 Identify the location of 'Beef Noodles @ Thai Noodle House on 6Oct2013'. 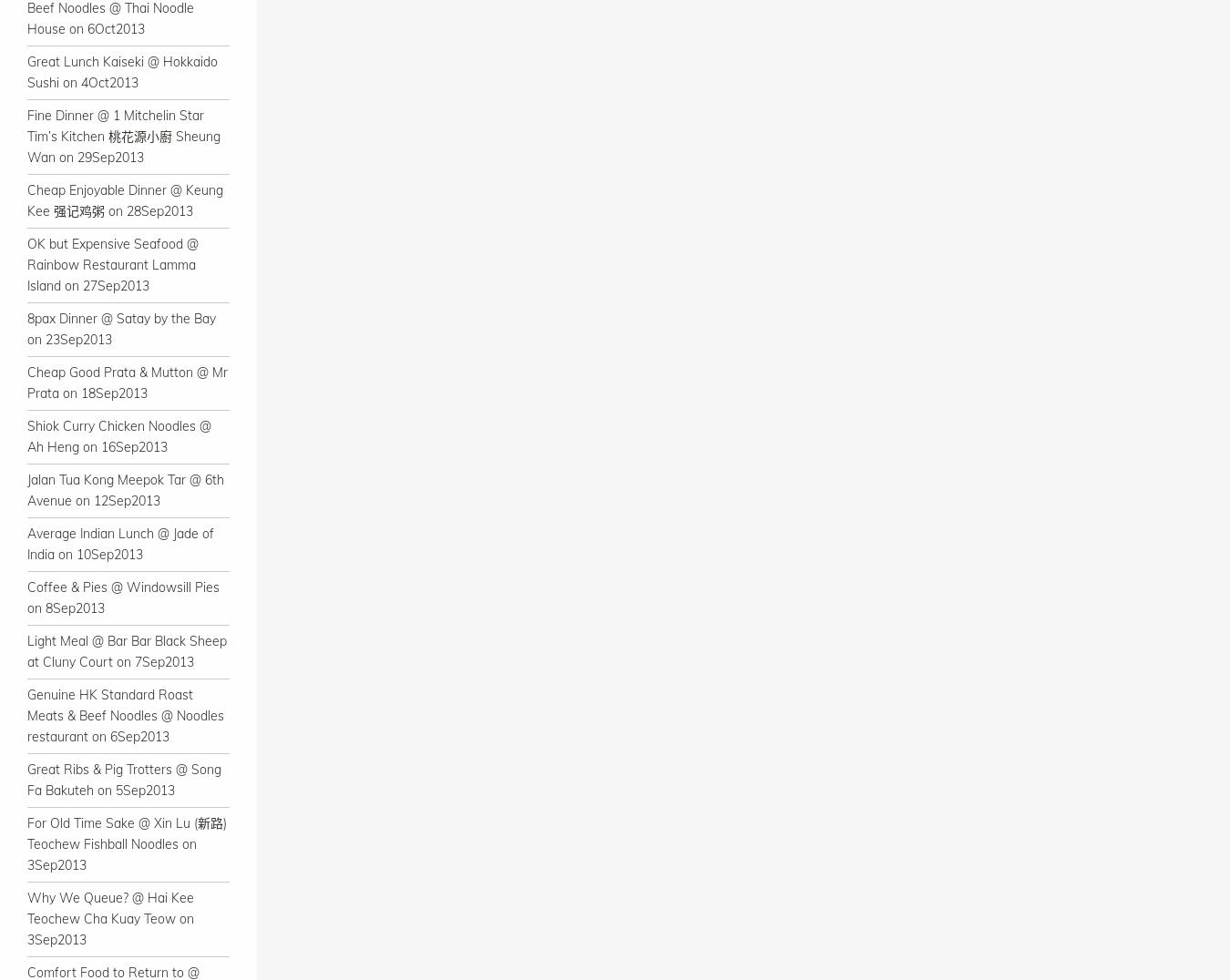
(26, 17).